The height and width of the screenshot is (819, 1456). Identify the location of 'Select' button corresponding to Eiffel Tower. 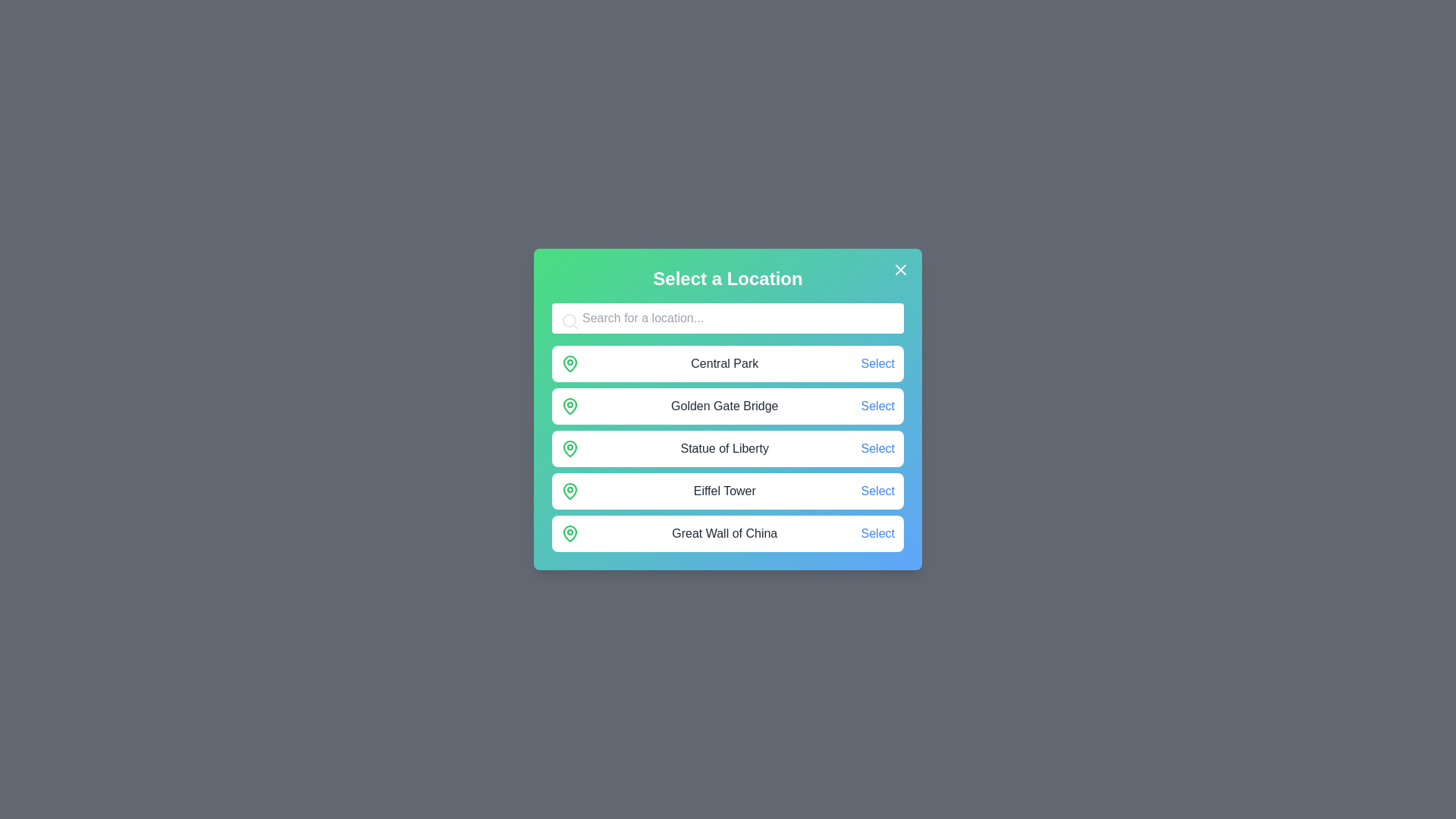
(877, 491).